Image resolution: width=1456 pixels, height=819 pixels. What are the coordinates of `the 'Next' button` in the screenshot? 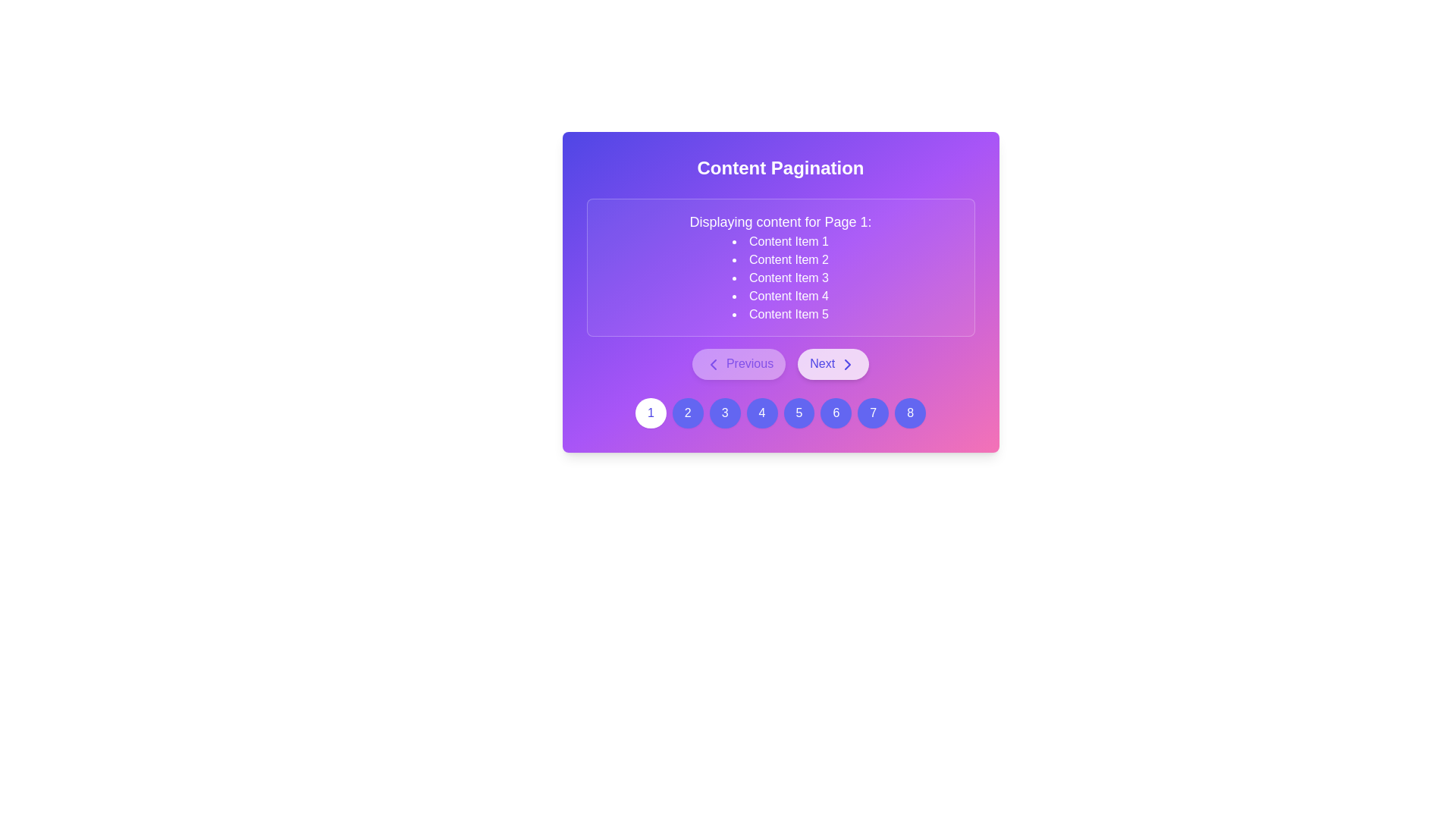 It's located at (832, 364).